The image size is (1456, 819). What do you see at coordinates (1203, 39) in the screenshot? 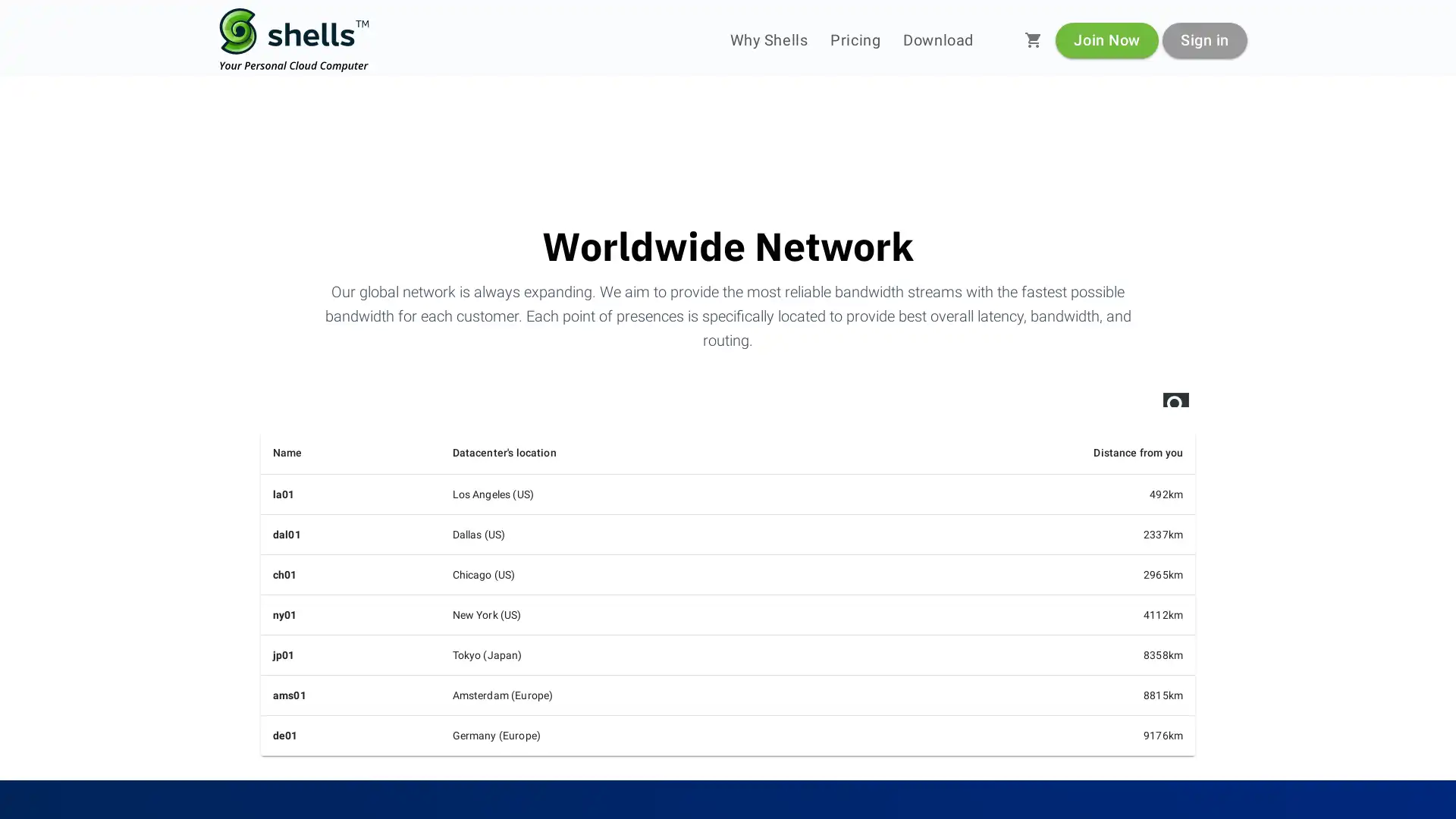
I see `Sign in` at bounding box center [1203, 39].